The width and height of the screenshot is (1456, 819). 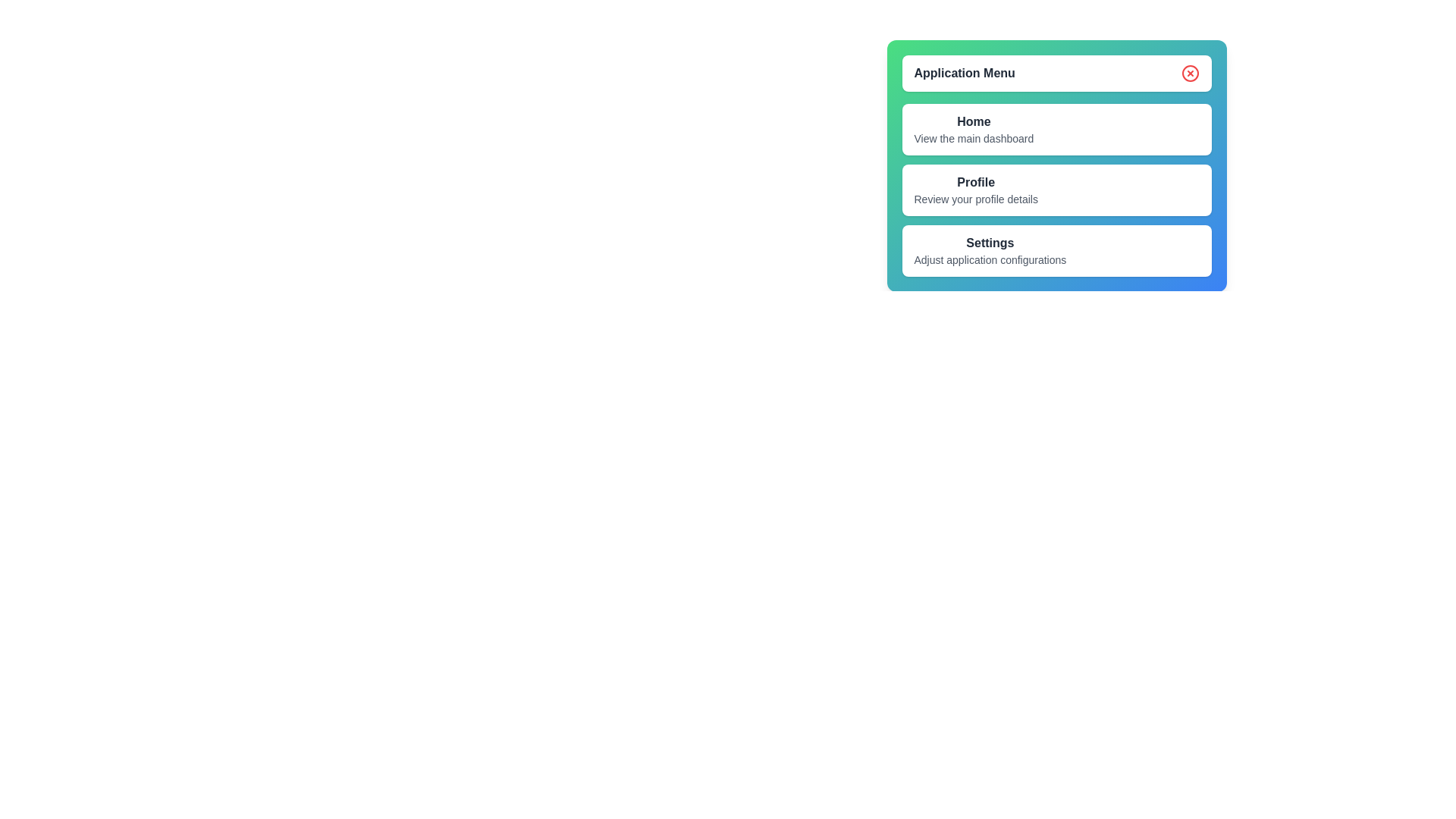 What do you see at coordinates (990, 250) in the screenshot?
I see `the menu item Settings to navigate to its section` at bounding box center [990, 250].